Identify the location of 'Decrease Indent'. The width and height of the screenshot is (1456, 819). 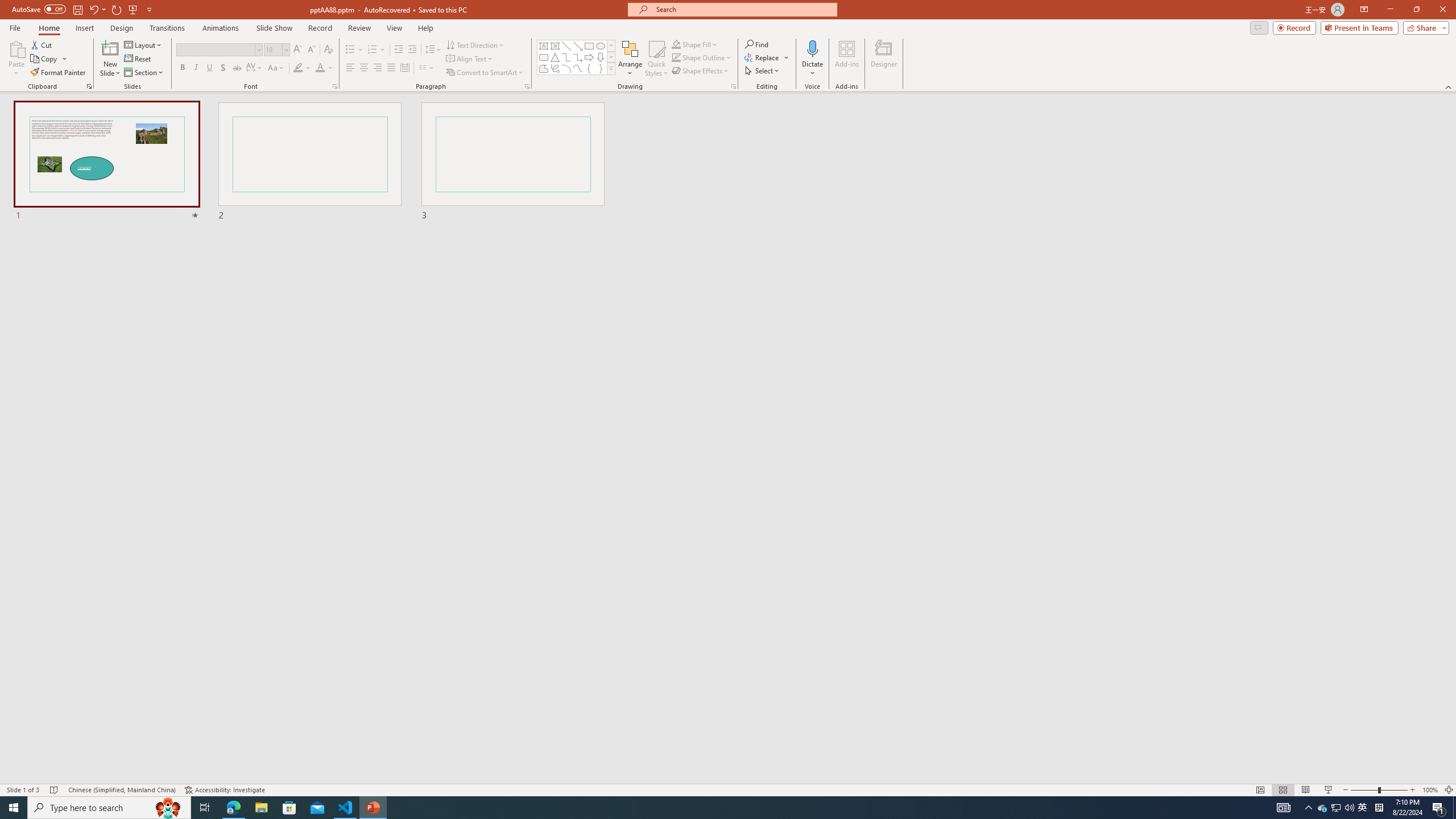
(399, 49).